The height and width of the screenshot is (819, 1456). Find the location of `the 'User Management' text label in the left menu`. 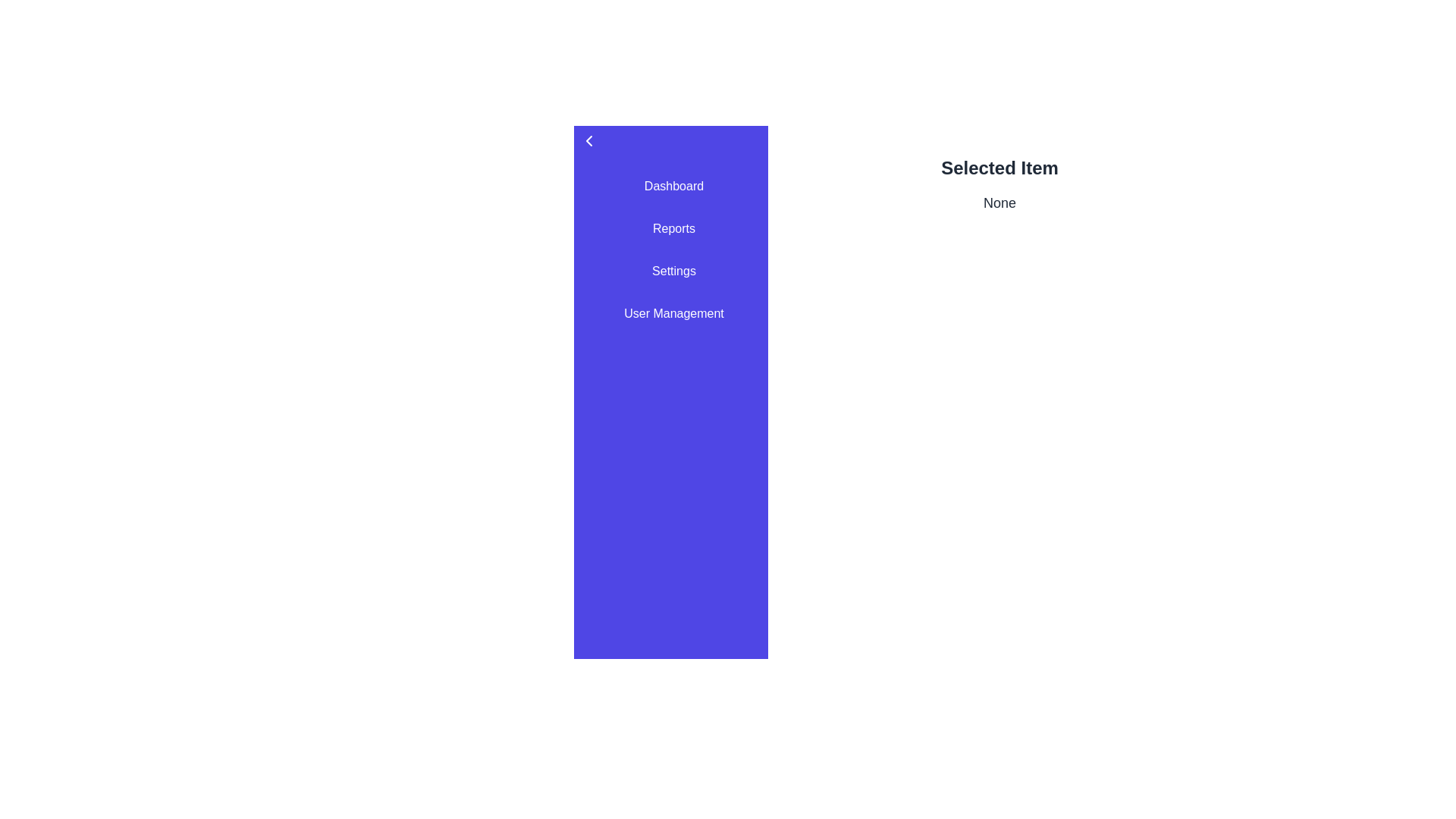

the 'User Management' text label in the left menu is located at coordinates (673, 312).